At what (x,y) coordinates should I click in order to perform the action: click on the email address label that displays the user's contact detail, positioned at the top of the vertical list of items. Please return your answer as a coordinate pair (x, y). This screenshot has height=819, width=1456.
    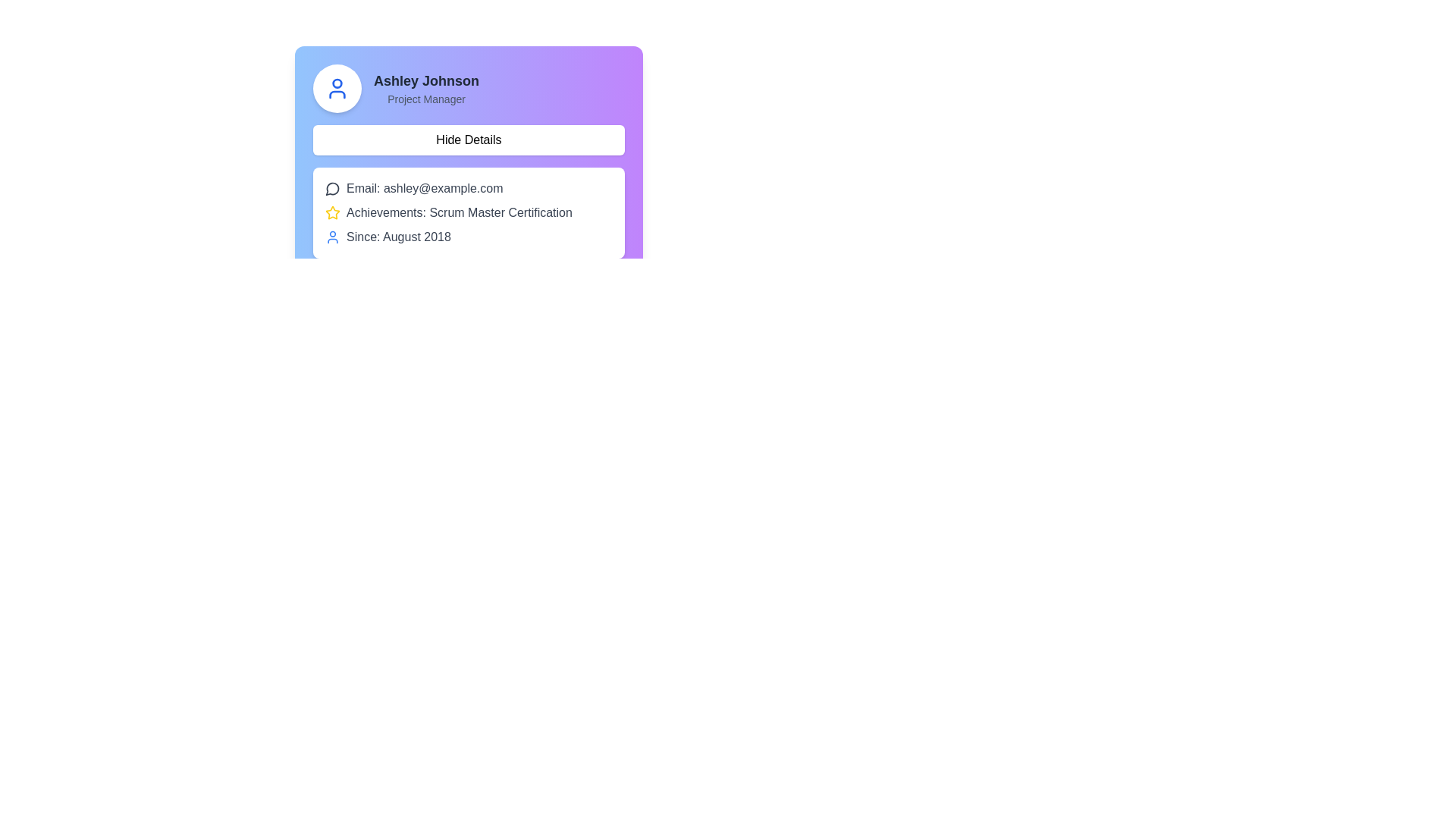
    Looking at the image, I should click on (468, 188).